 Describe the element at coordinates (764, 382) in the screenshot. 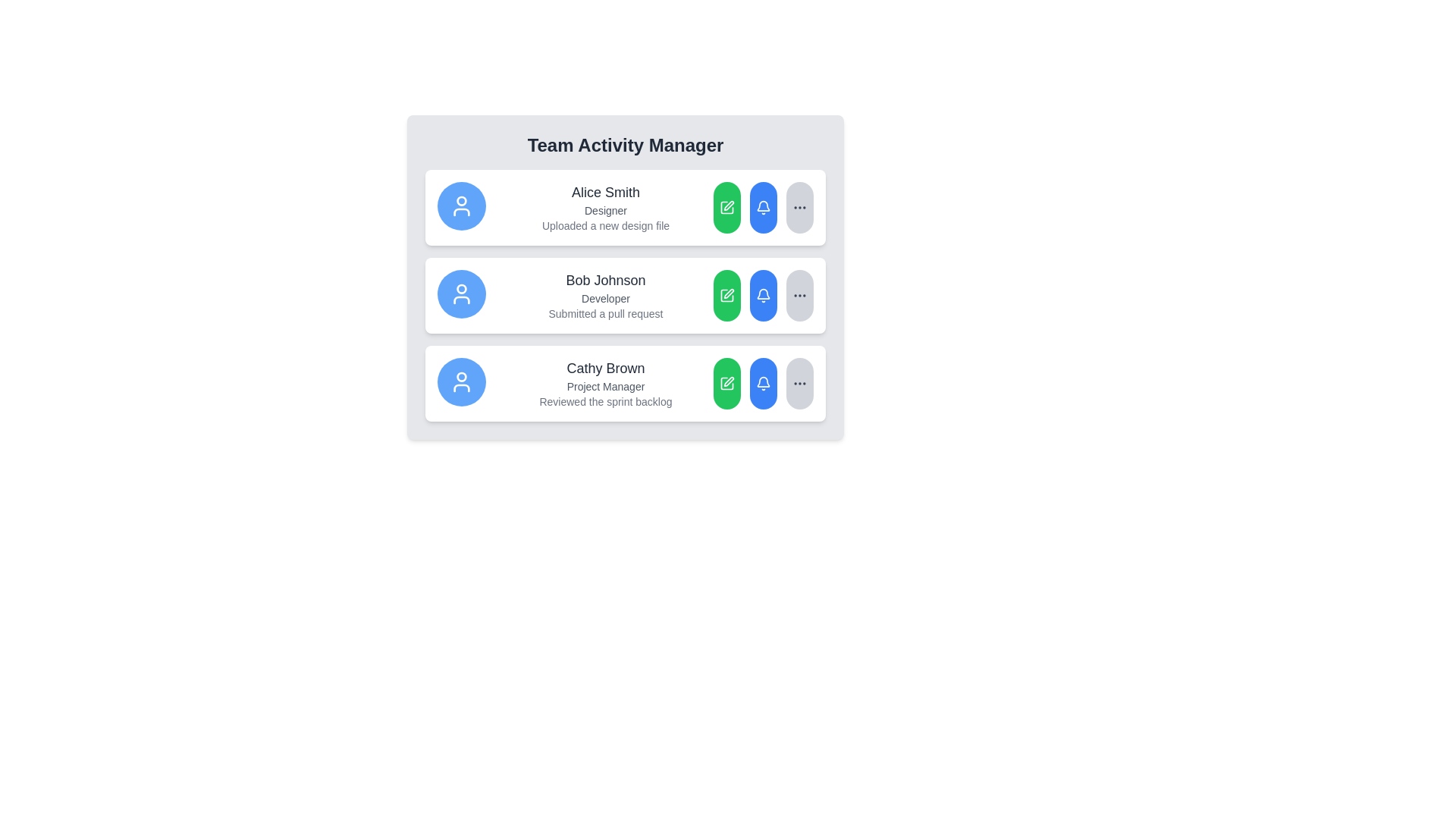

I see `the blue circular button with a white bell icon for keyboard navigation` at that location.